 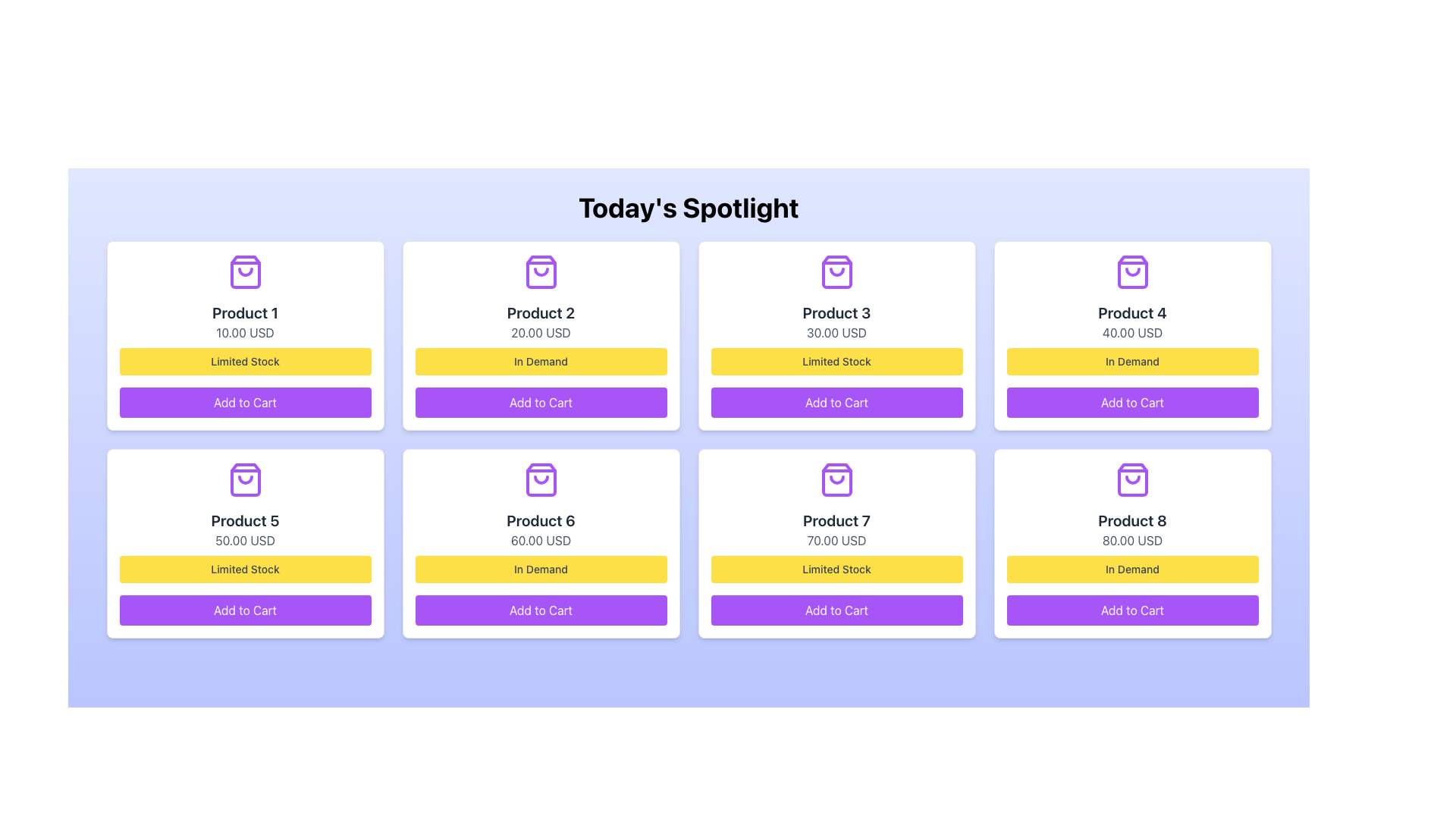 What do you see at coordinates (541, 570) in the screenshot?
I see `the rectangular yellow banner with rounded corners that displays the text 'In Demand' for 'Product 6', located in the second row and second column of the product grid` at bounding box center [541, 570].